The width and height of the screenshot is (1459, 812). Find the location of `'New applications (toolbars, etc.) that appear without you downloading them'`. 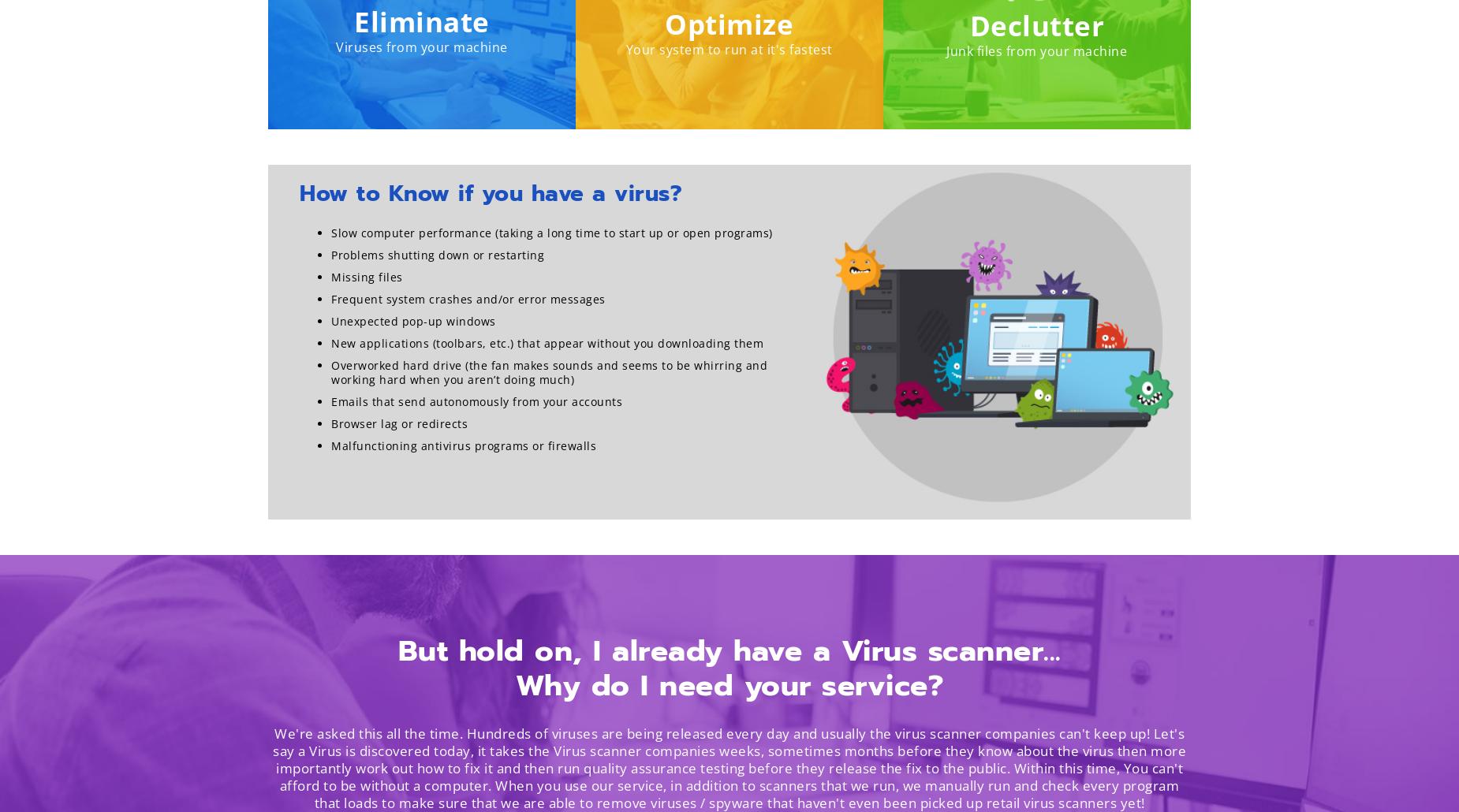

'New applications (toolbars, etc.) that appear without you downloading them' is located at coordinates (547, 342).